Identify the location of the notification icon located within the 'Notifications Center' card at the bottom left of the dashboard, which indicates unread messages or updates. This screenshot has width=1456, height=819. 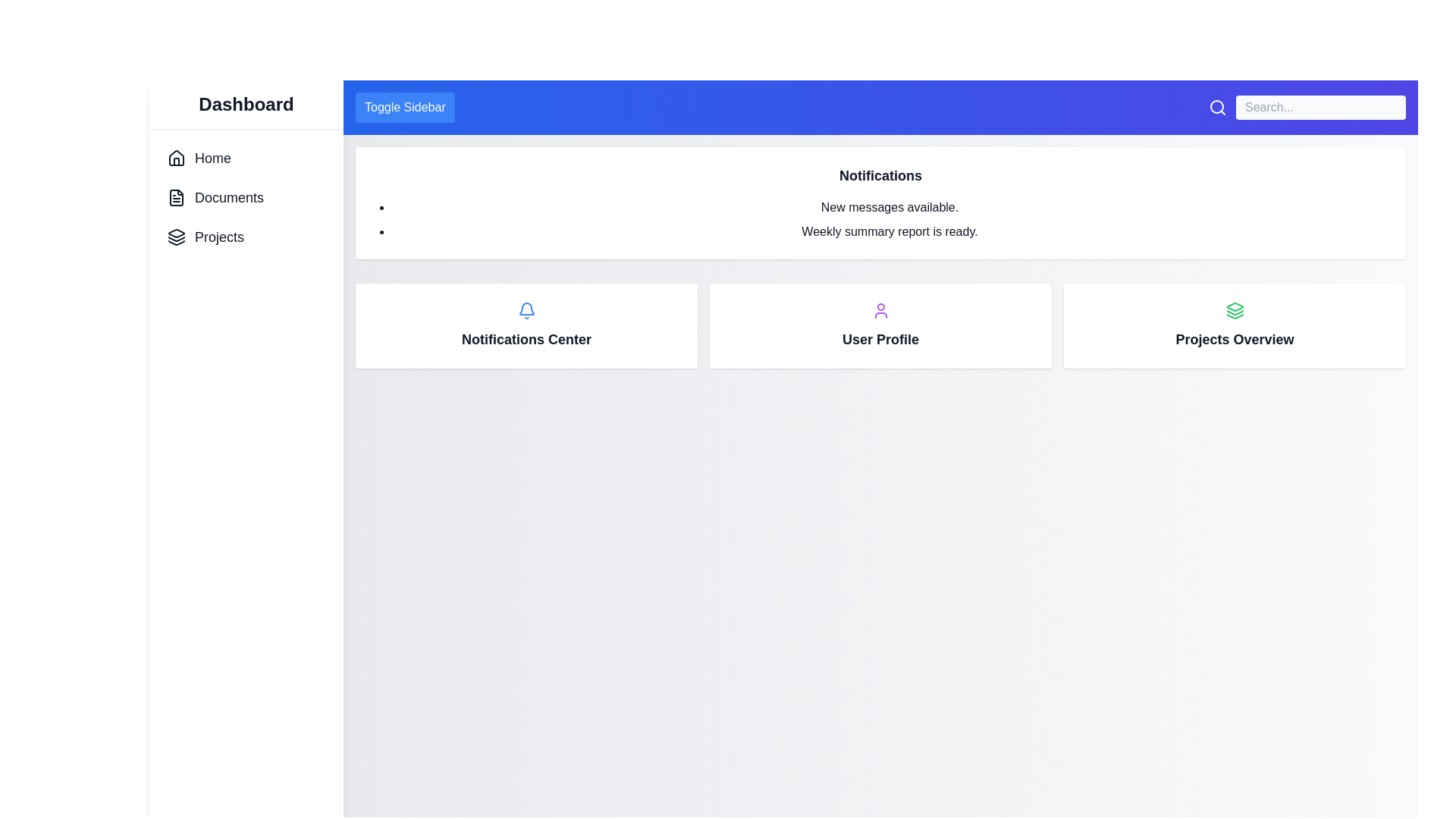
(526, 309).